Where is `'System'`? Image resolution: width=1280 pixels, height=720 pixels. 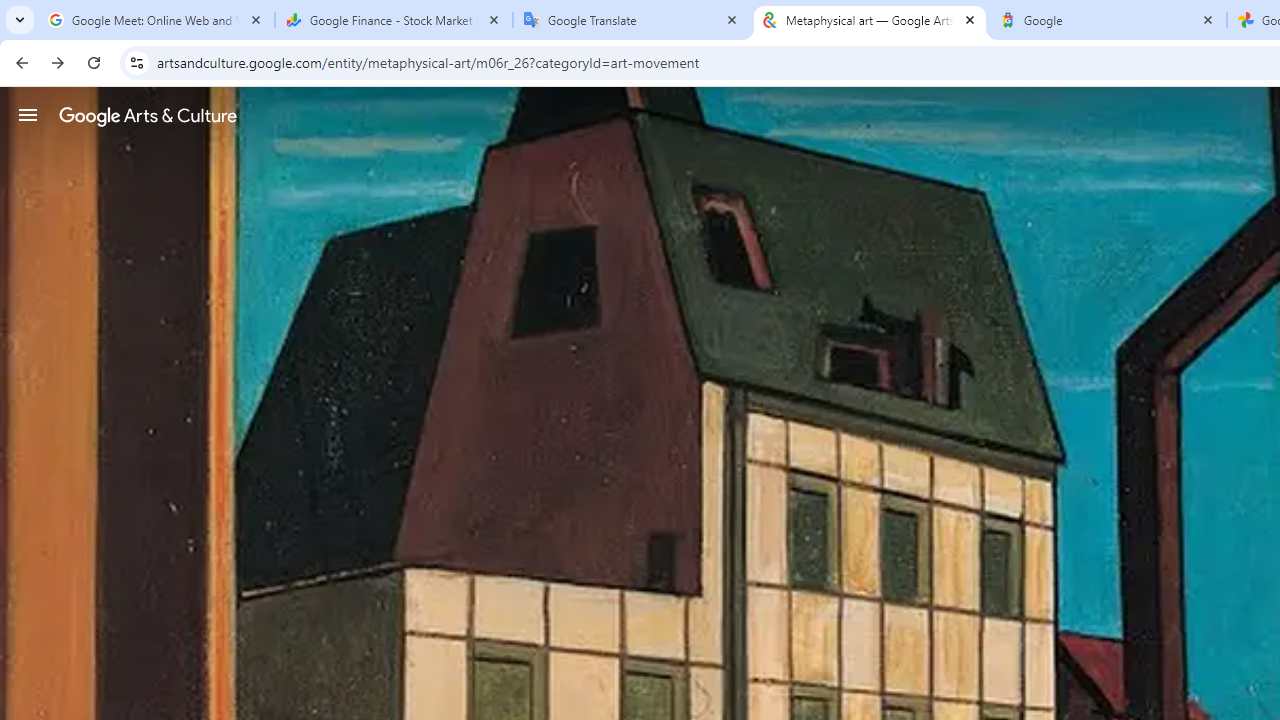 'System' is located at coordinates (10, 11).